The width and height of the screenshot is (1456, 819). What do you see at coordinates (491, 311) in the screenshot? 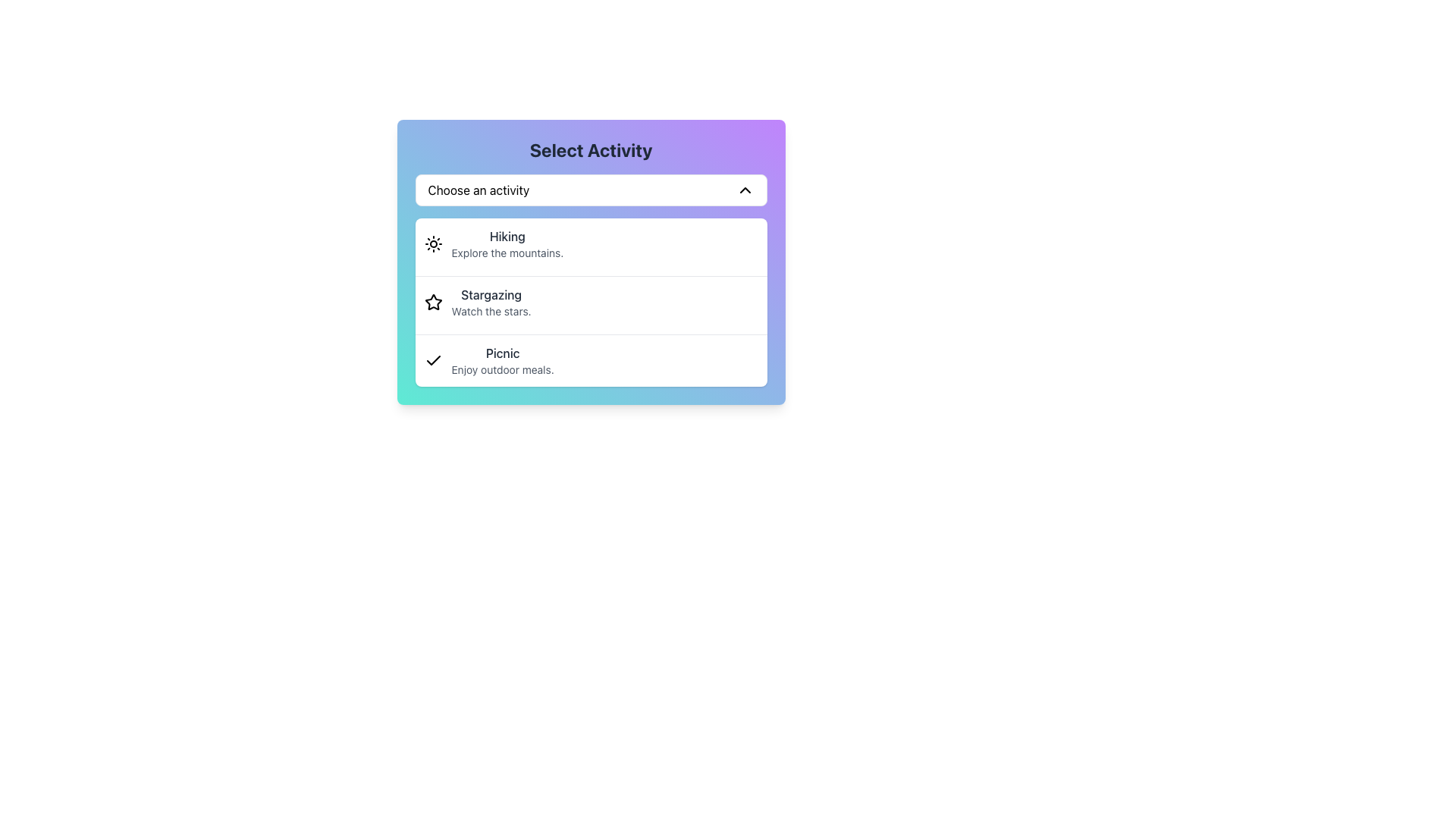
I see `the descriptive text label that provides additional information about the 'Stargazing' activity, located directly beneath it in the dropdown interface` at bounding box center [491, 311].